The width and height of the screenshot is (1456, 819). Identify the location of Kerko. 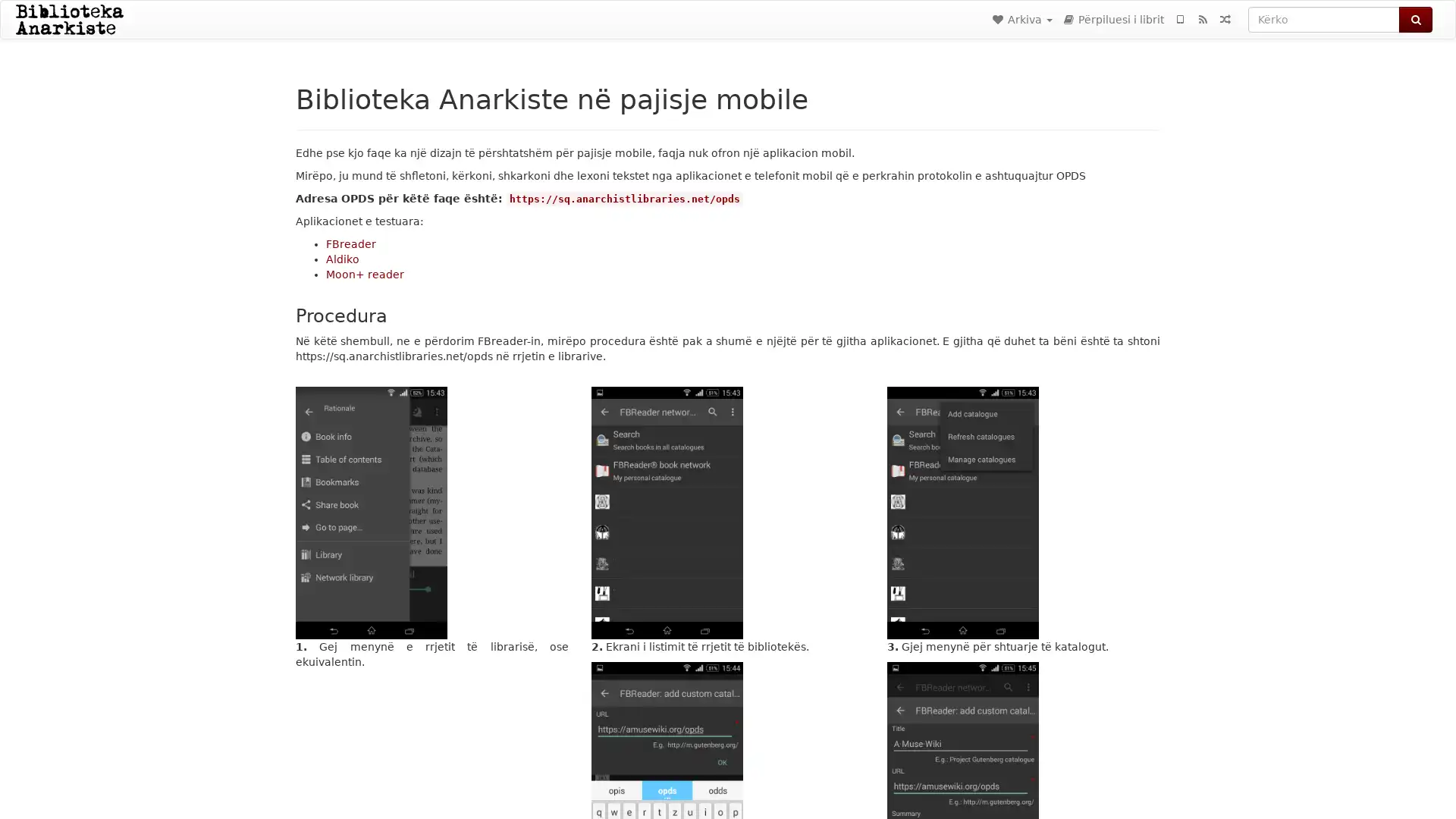
(1415, 20).